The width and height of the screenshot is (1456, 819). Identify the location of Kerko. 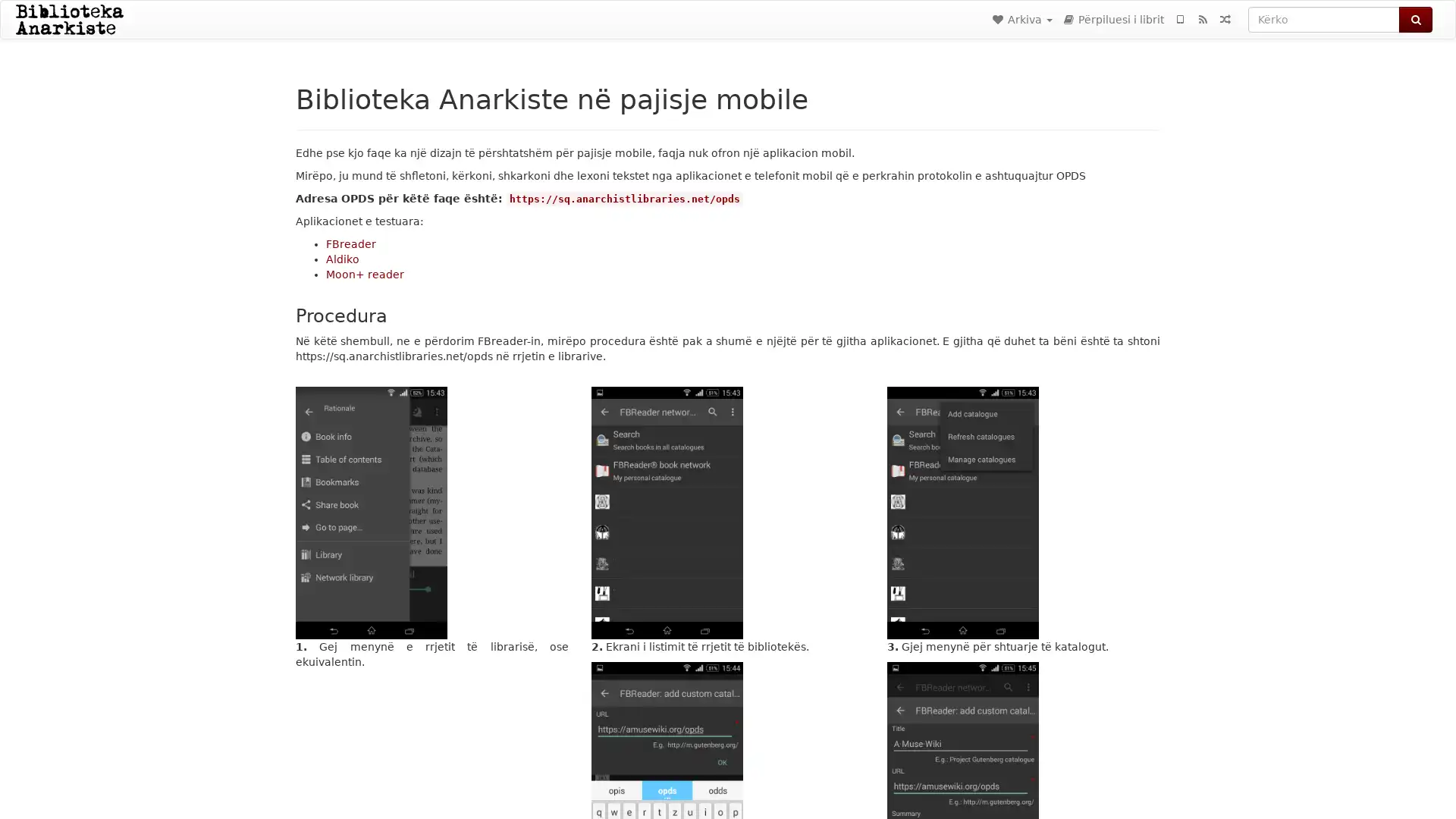
(1415, 20).